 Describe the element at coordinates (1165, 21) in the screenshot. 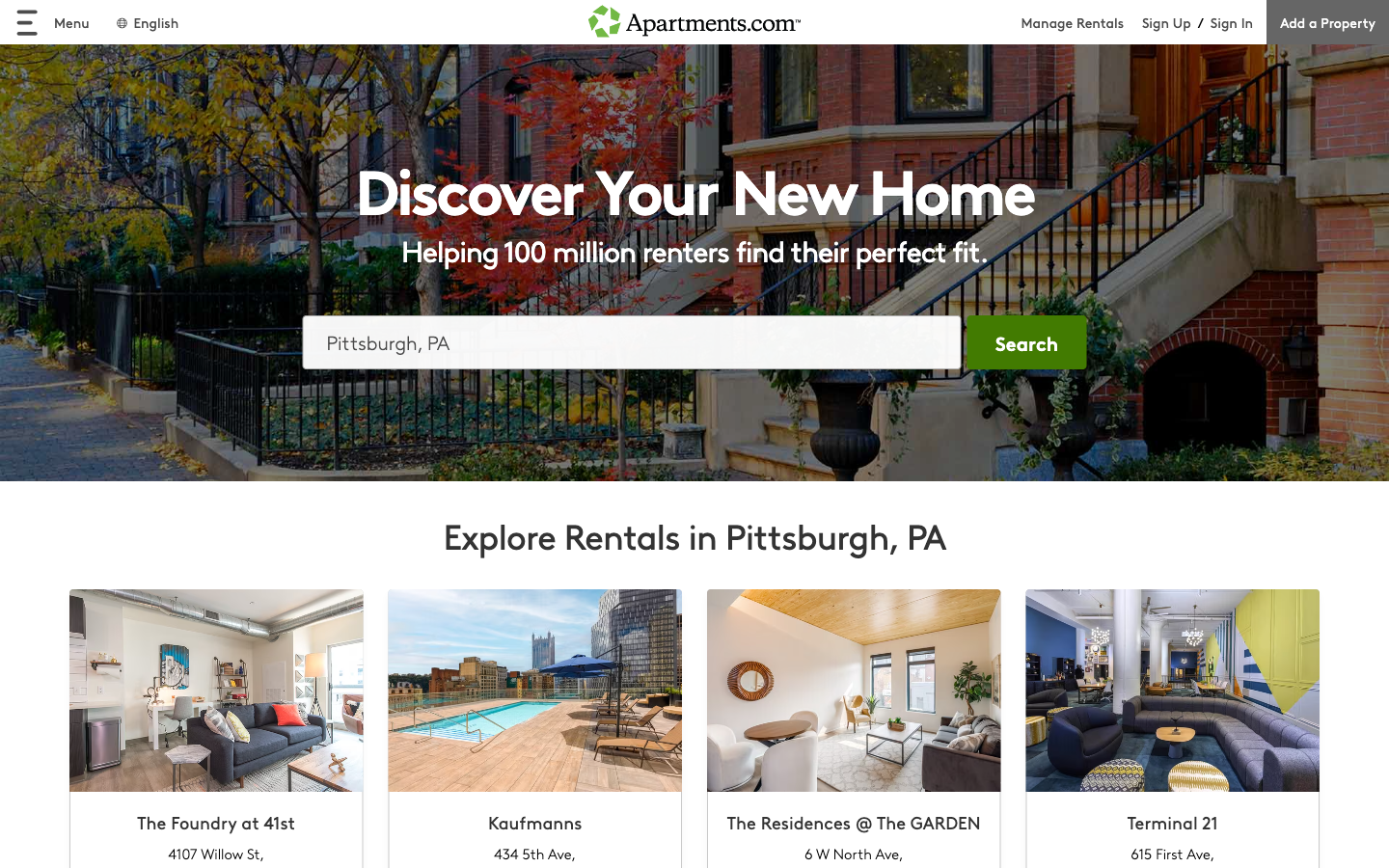

I see `sign up` at that location.